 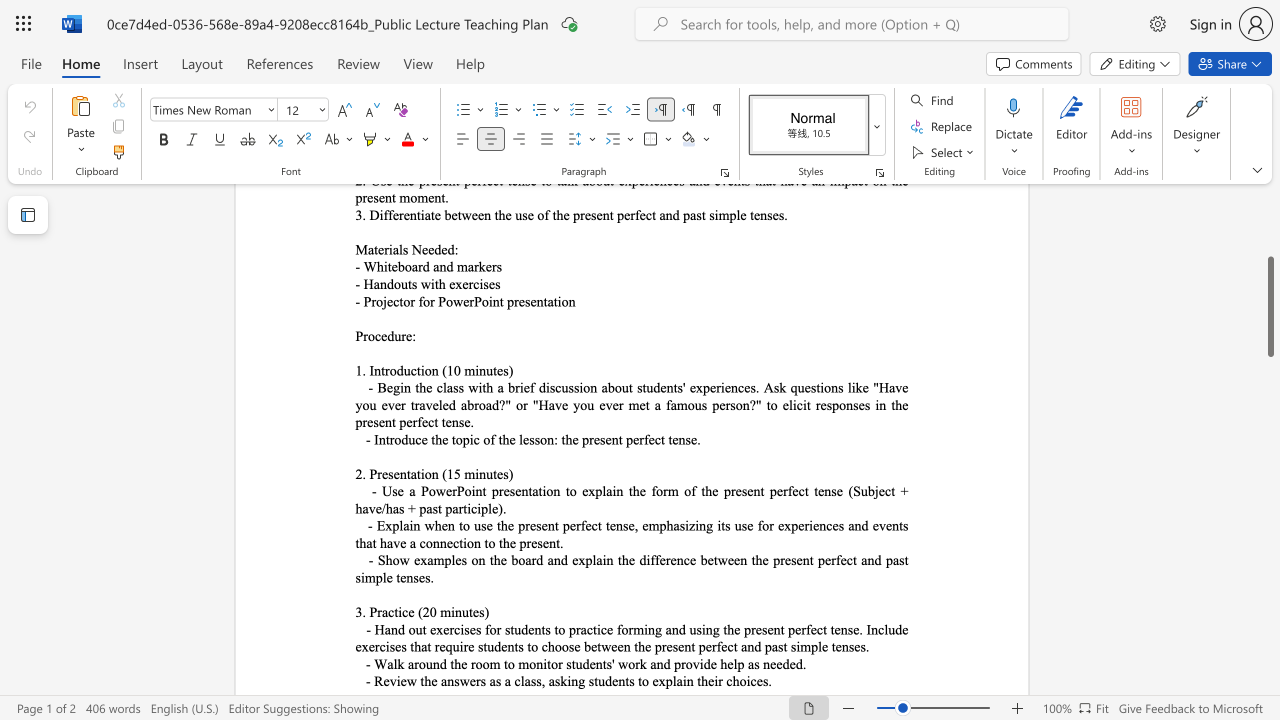 What do you see at coordinates (760, 628) in the screenshot?
I see `the subset text "sent perfect tense. Include exercises that require students to choose between the present perfect and past sim" within the text "- Hand out exercises for students to practice forming and using the present perfect tense. Include exercises that require students to choose between the present perfect and past simple tenses."` at bounding box center [760, 628].